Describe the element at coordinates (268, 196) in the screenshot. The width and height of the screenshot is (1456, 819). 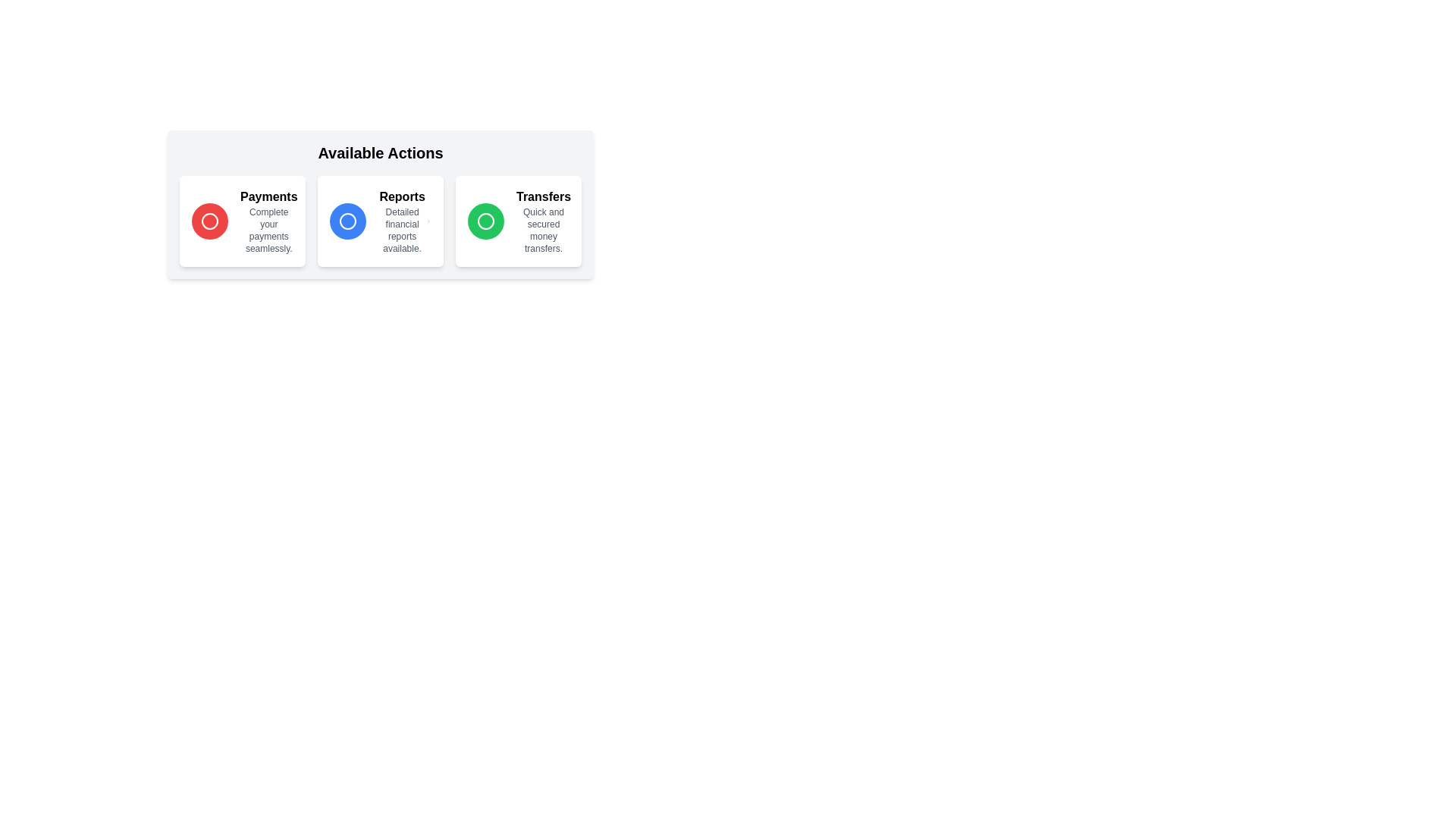
I see `the text label displaying 'Payments' in bold font, which is the title for the first card in a group of three horizontally arranged cards` at that location.